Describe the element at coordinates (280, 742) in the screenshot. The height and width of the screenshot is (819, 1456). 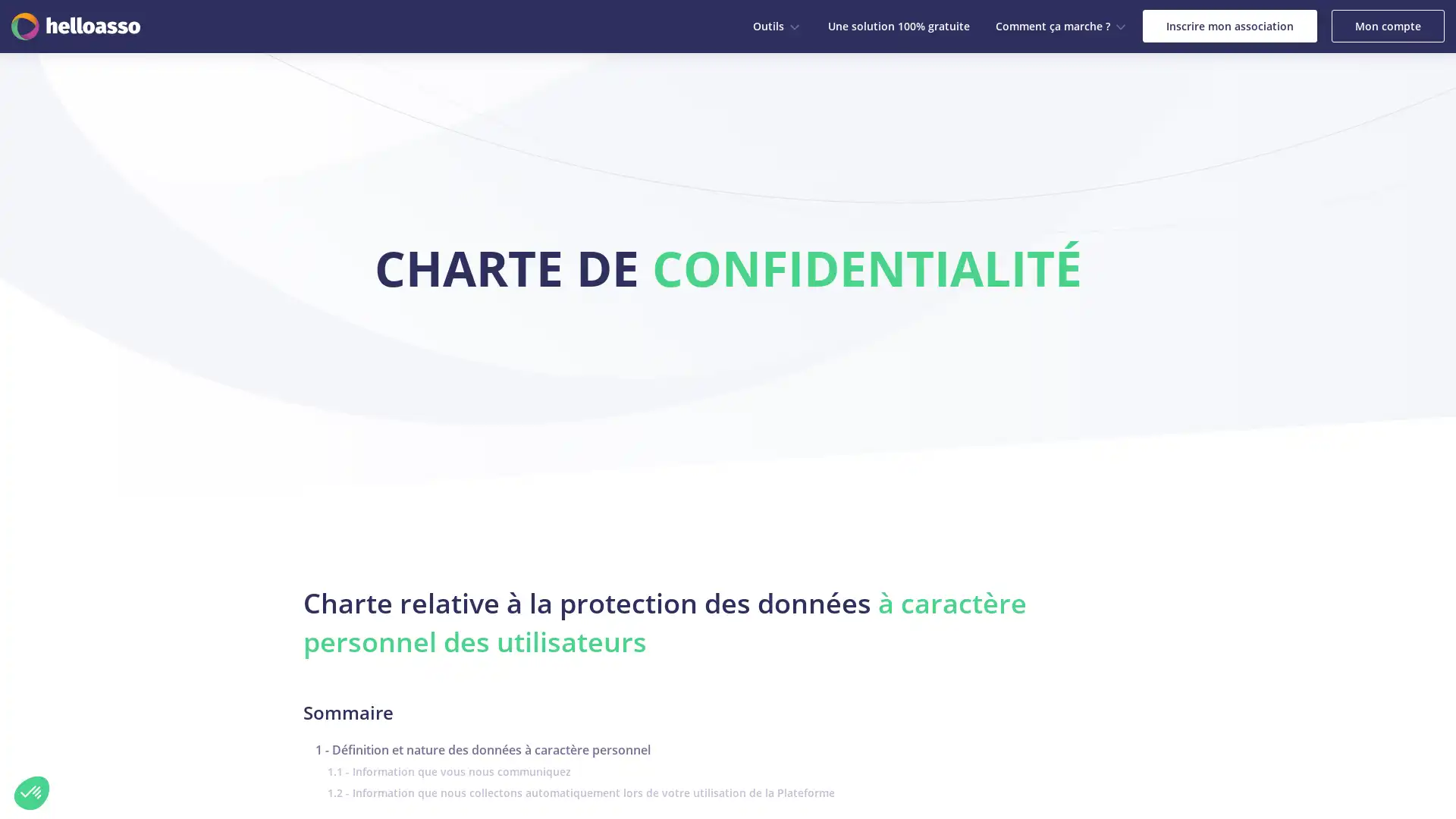
I see `Tout accepter` at that location.